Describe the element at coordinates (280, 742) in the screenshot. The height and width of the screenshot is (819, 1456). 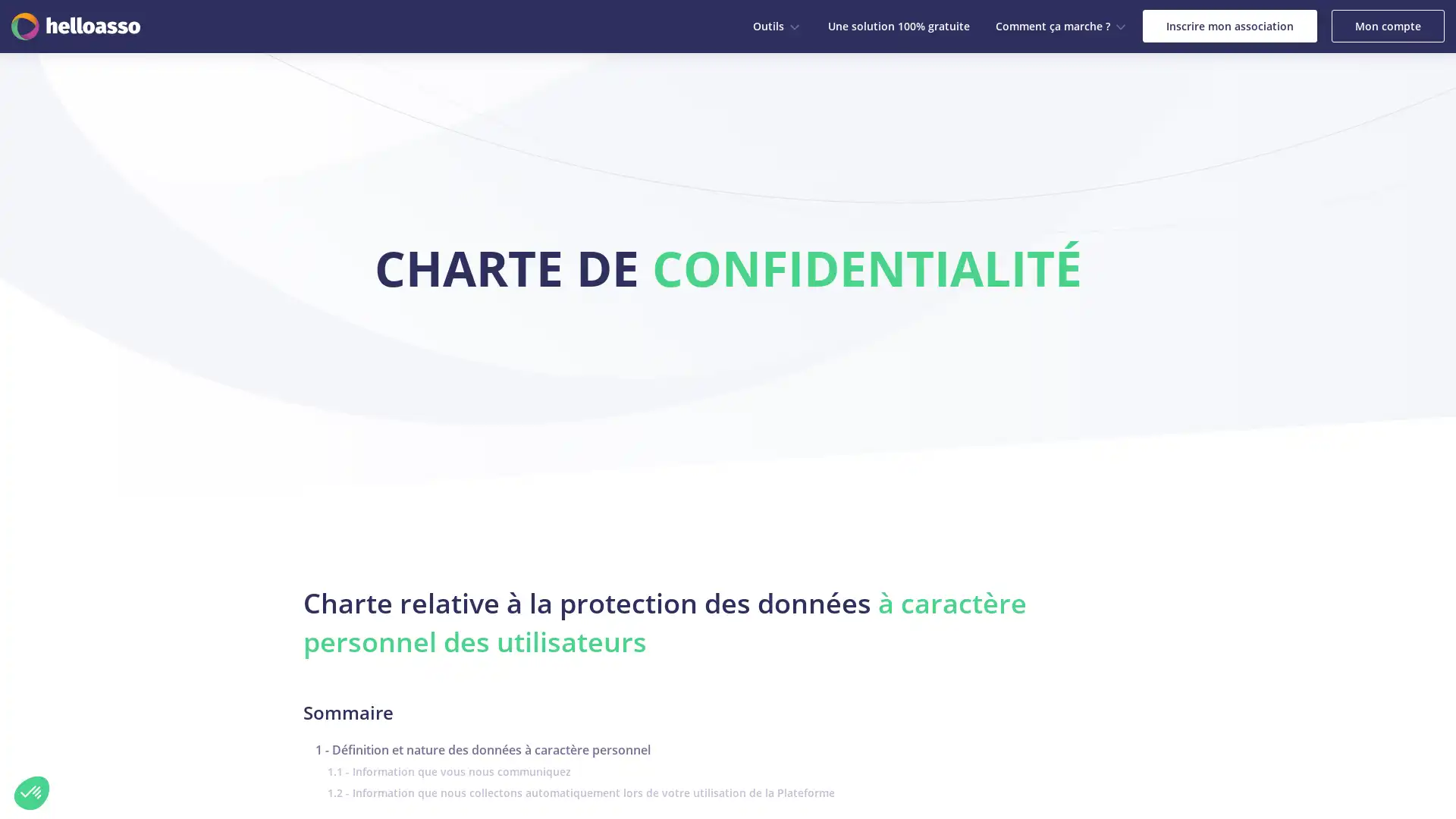
I see `Tout accepter` at that location.